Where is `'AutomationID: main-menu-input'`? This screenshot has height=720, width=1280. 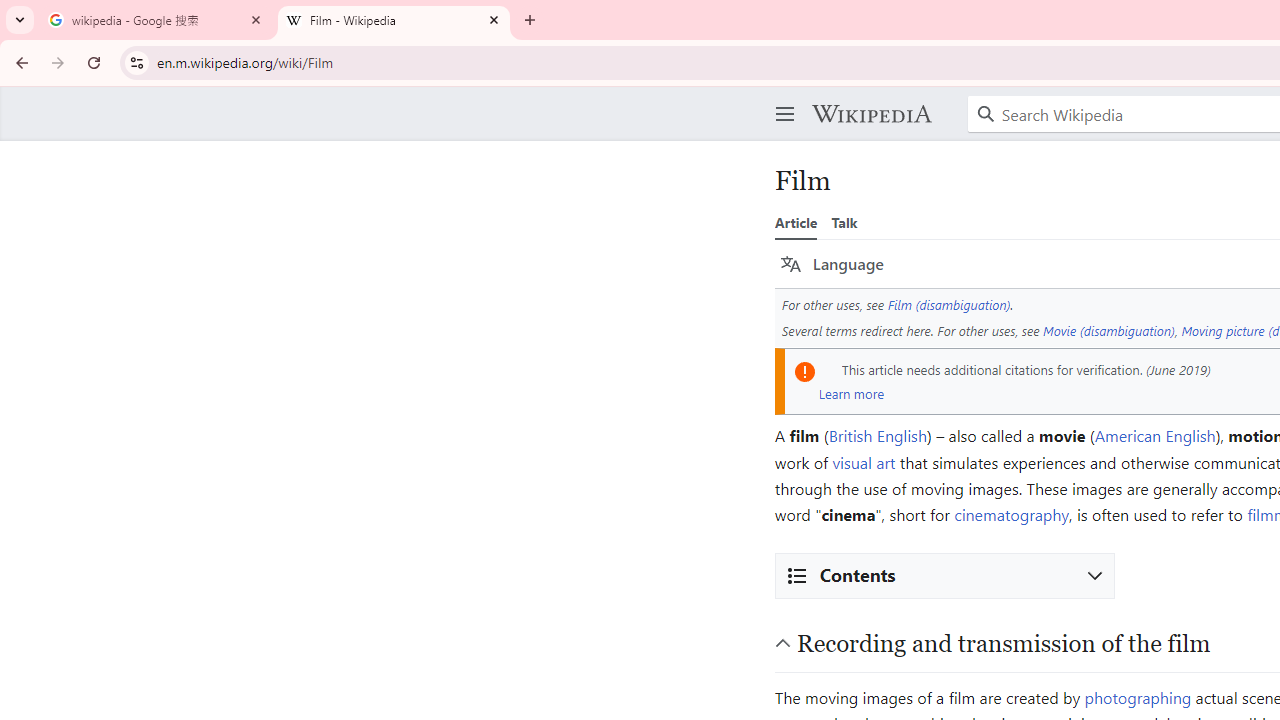
'AutomationID: main-menu-input' is located at coordinates (780, 98).